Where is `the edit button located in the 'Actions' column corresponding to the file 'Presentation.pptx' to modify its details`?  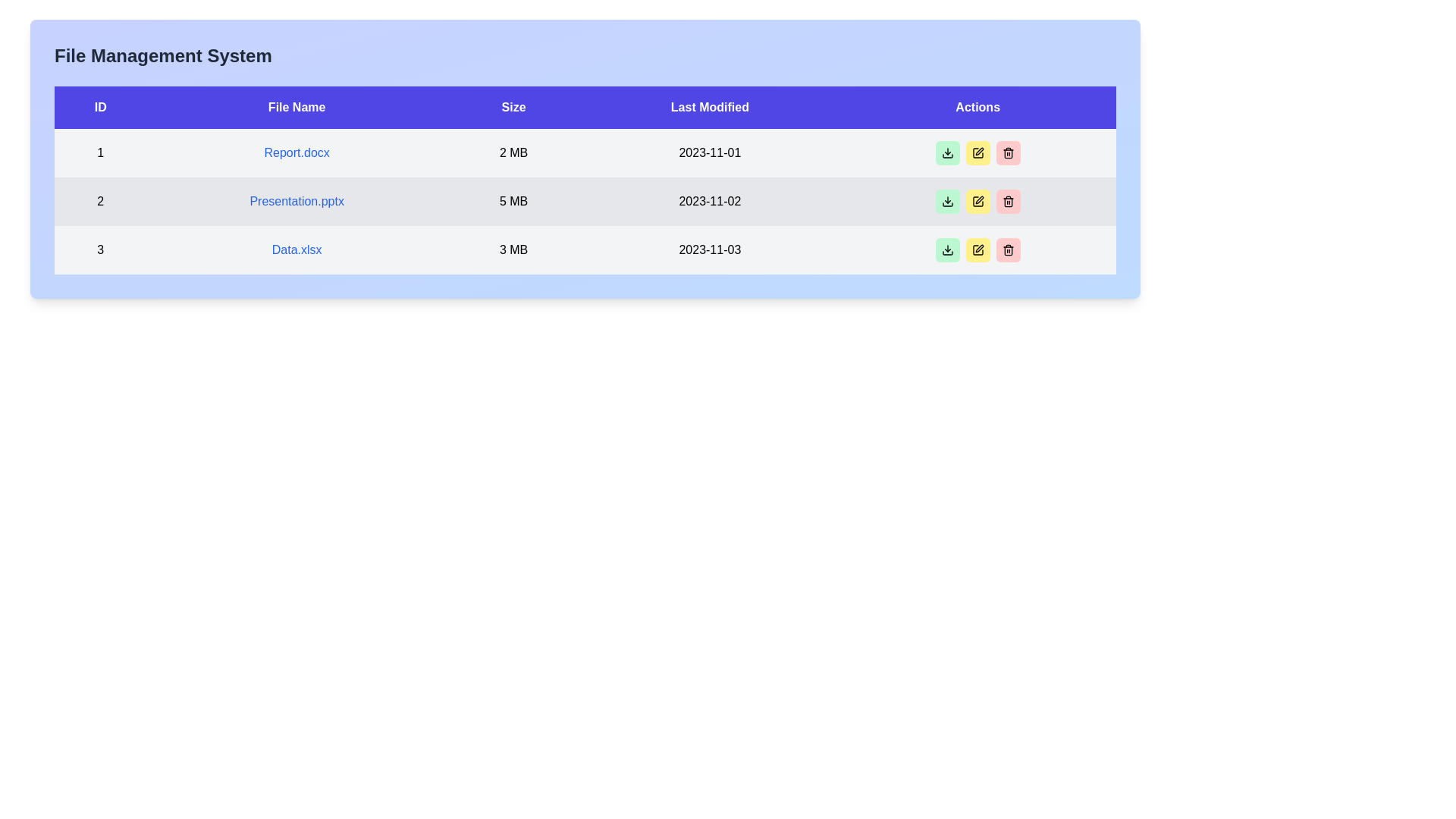
the edit button located in the 'Actions' column corresponding to the file 'Presentation.pptx' to modify its details is located at coordinates (977, 201).